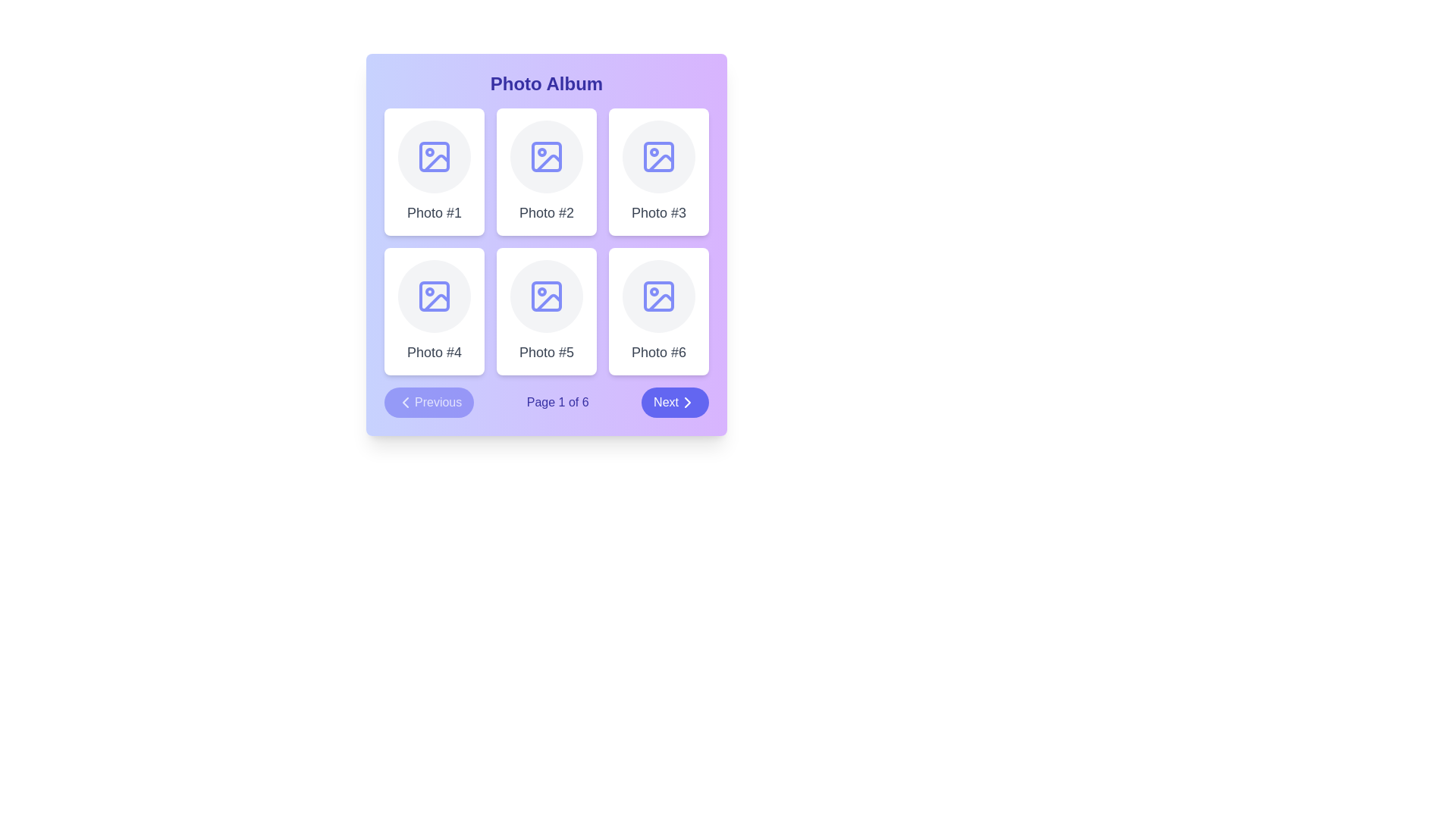 Image resolution: width=1456 pixels, height=819 pixels. What do you see at coordinates (546, 157) in the screenshot?
I see `the SVG rectangle with rounded corners in the second photo thumbnail labeled 'Photo #2' in the 'Photo Album' grid layout` at bounding box center [546, 157].